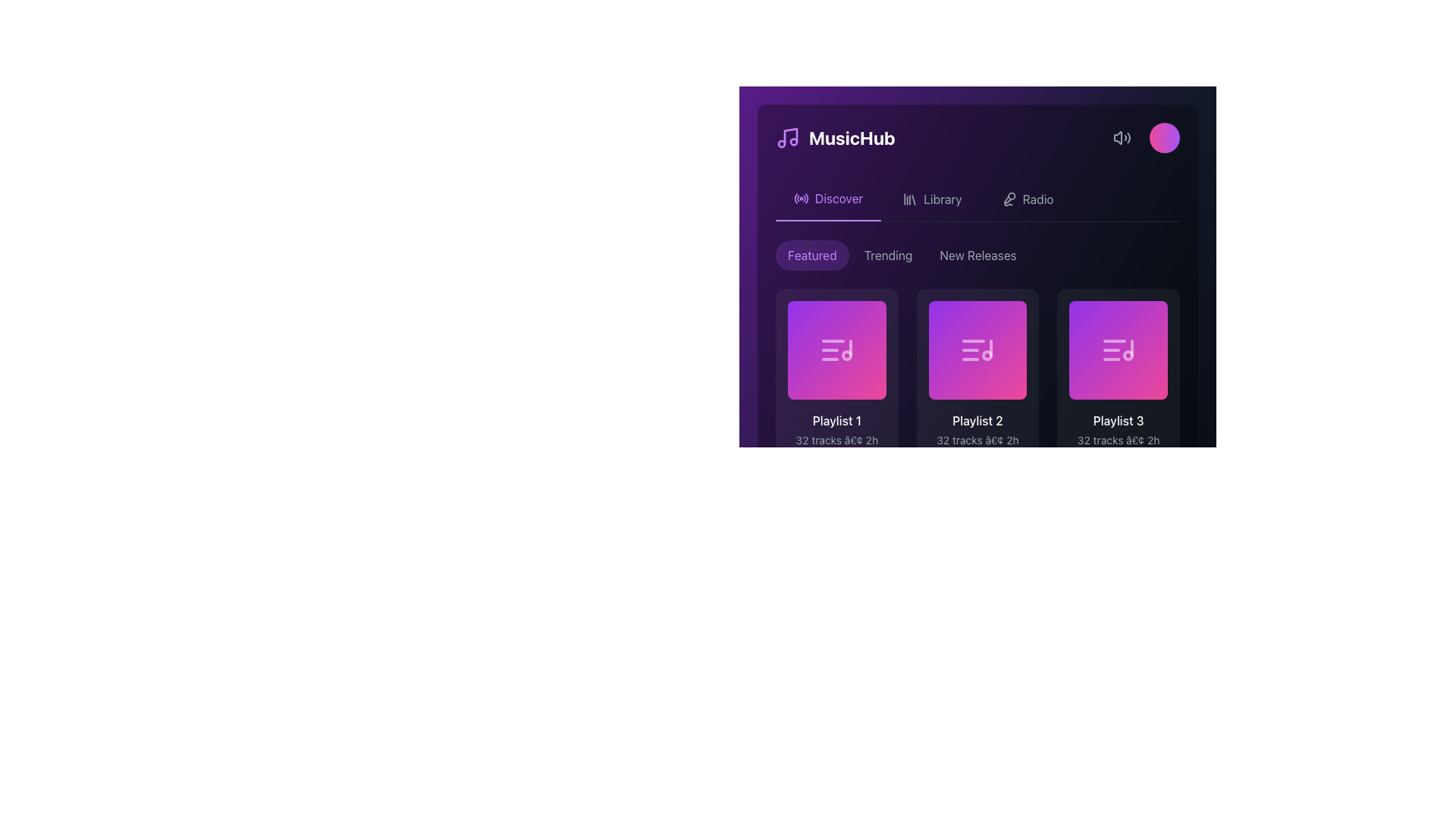  I want to click on the graphic icon representing 'Playlist 2' located in the second card under the 'Featured' tab, so click(977, 350).